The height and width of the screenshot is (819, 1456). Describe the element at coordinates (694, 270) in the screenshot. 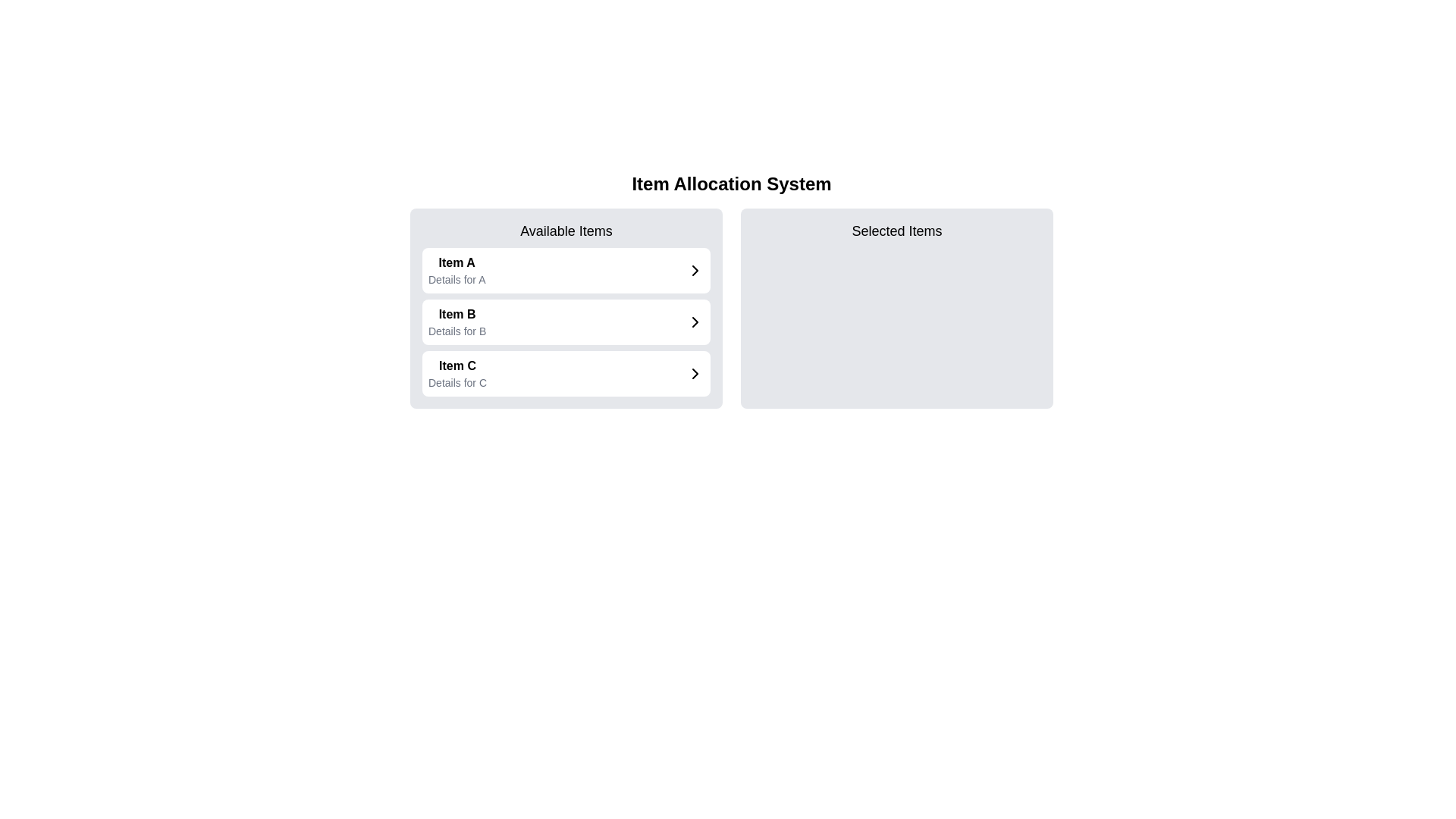

I see `the small triangular arrow-like icon pointing to the right, located at the far right of the first row under 'Available Items'` at that location.